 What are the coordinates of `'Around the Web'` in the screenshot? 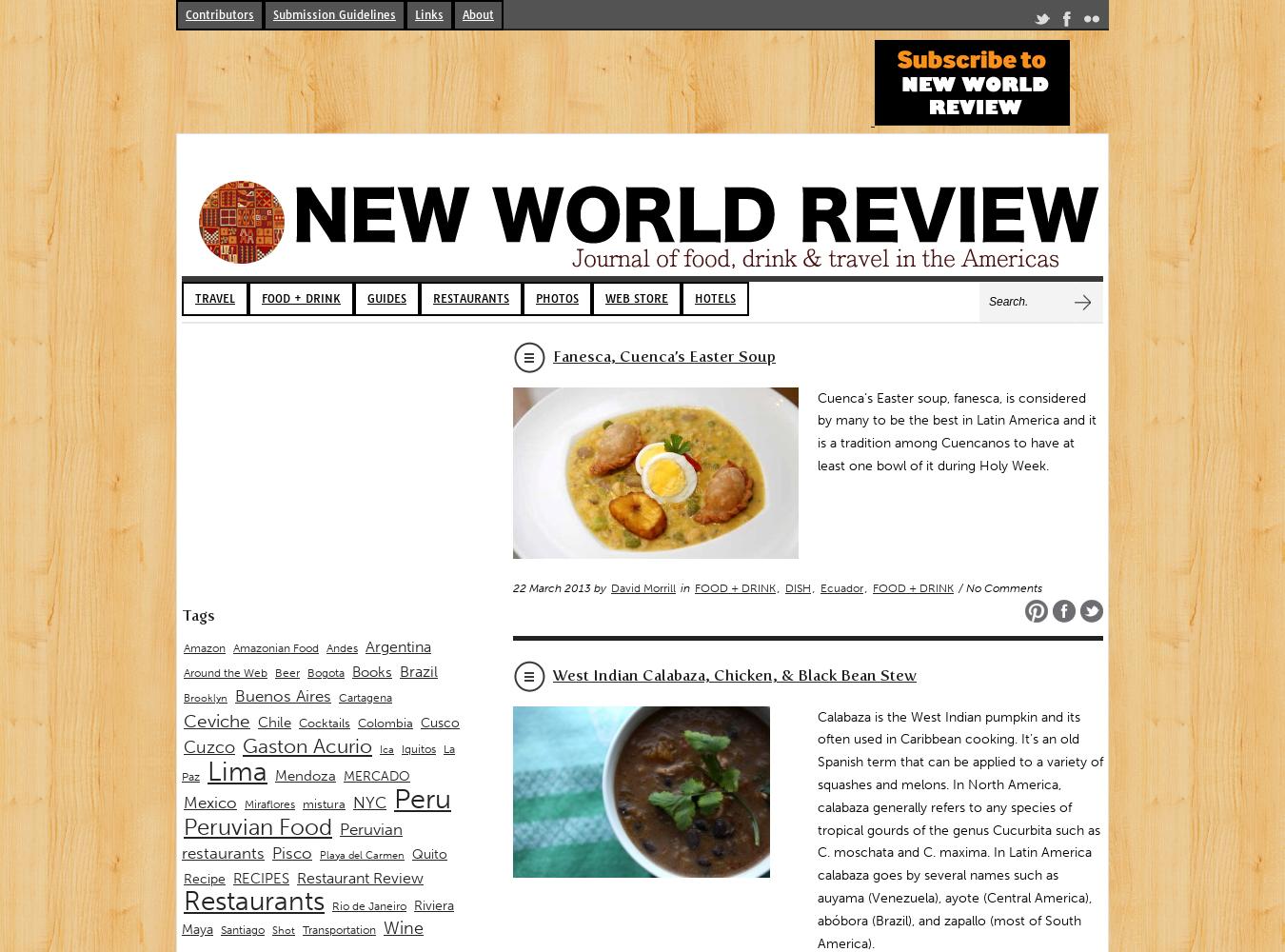 It's located at (225, 672).